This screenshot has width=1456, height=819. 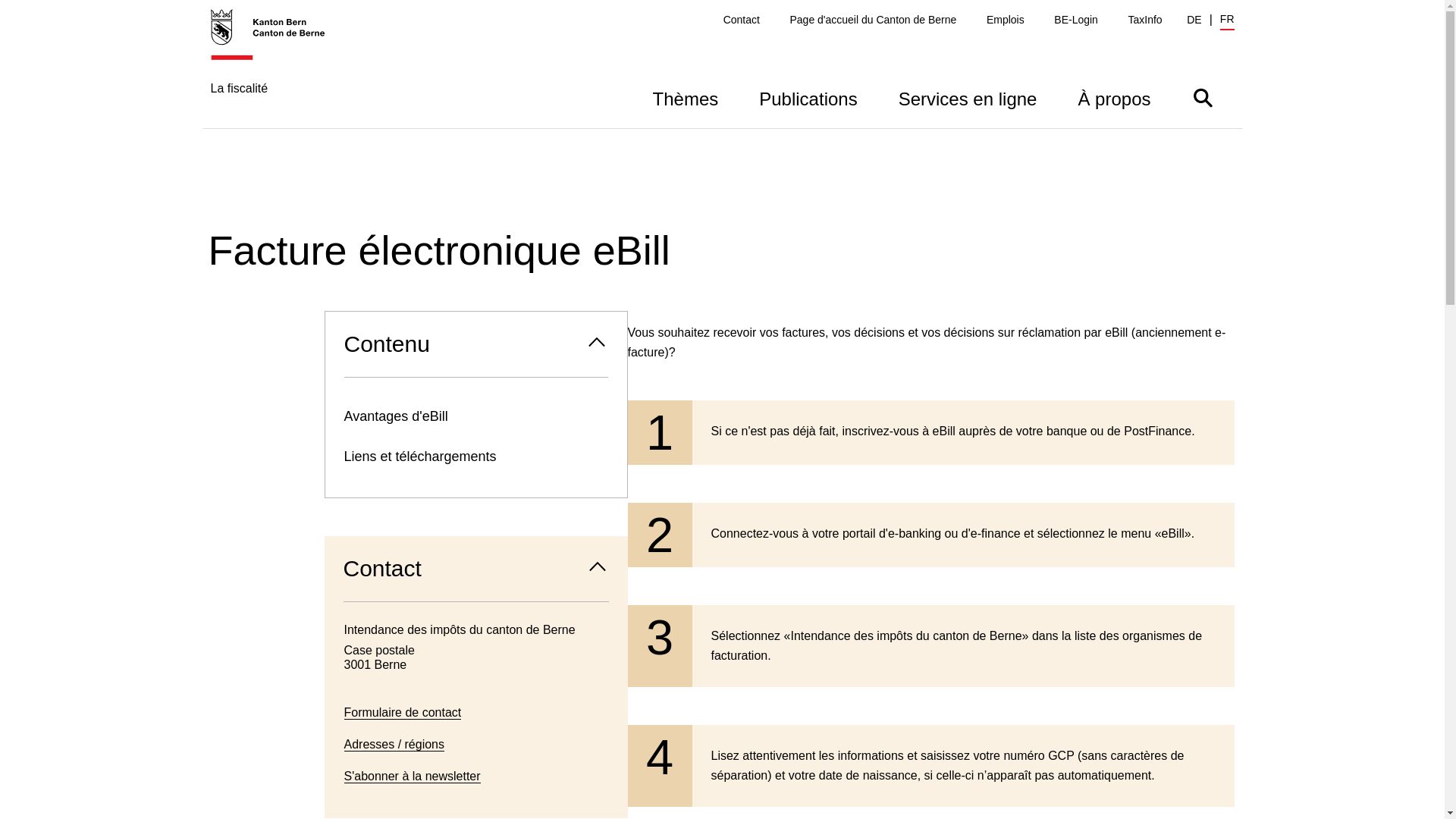 I want to click on 'Publications', so click(x=807, y=97).